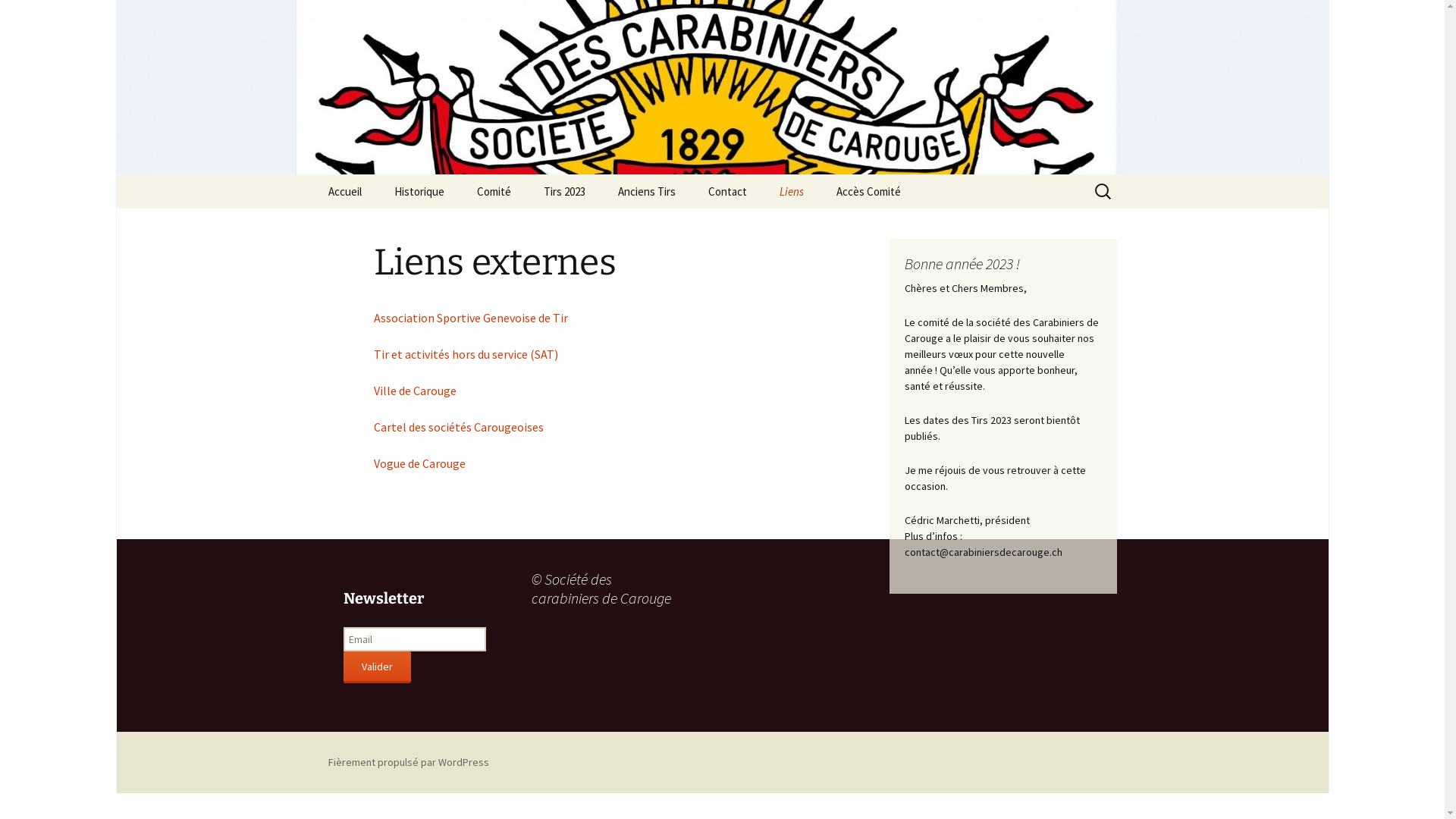 The image size is (1456, 819). I want to click on 'Historique', so click(419, 190).